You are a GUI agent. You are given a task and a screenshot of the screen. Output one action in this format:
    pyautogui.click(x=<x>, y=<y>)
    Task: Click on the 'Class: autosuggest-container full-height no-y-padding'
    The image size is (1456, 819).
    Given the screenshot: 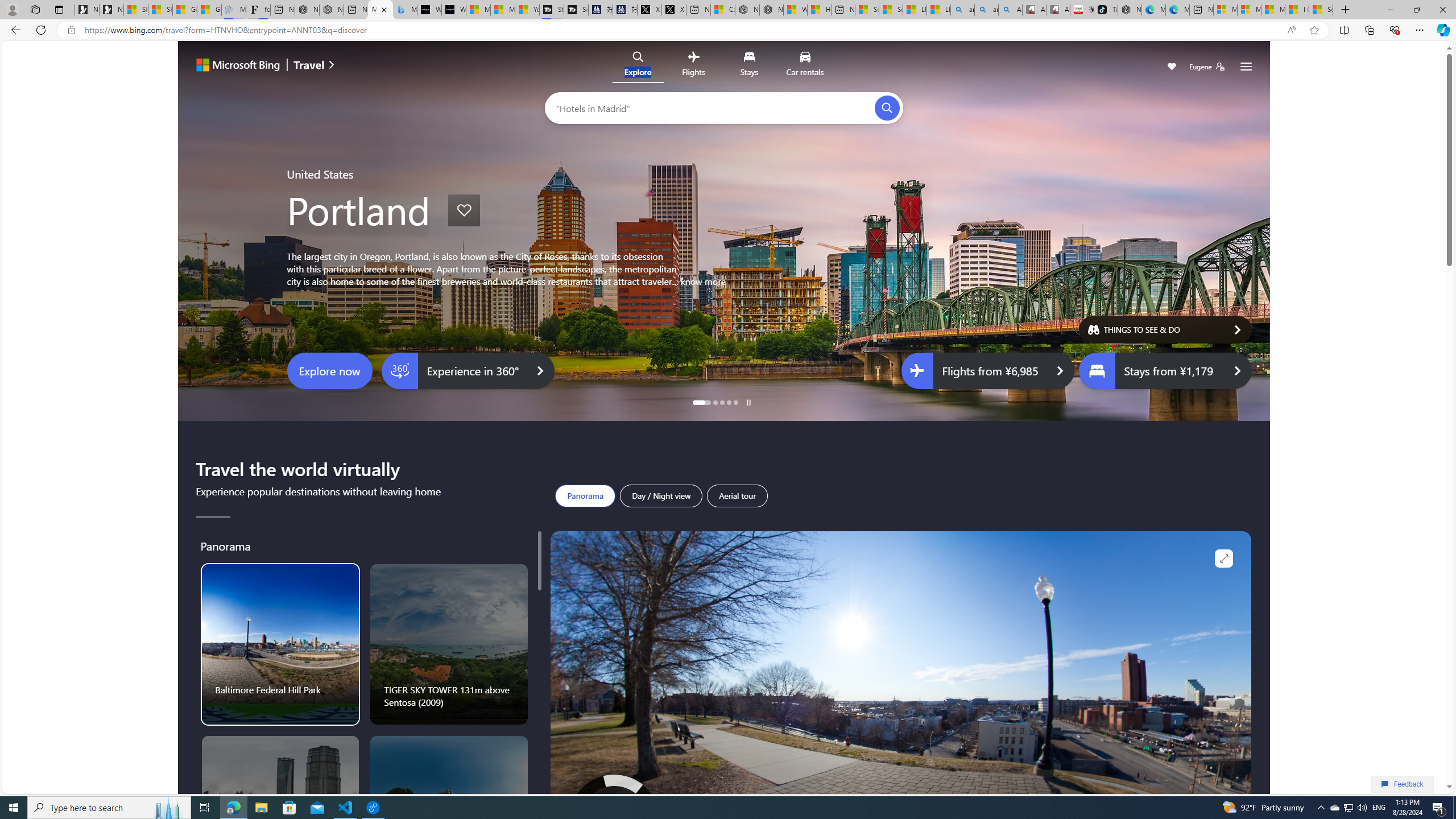 What is the action you would take?
    pyautogui.click(x=715, y=107)
    